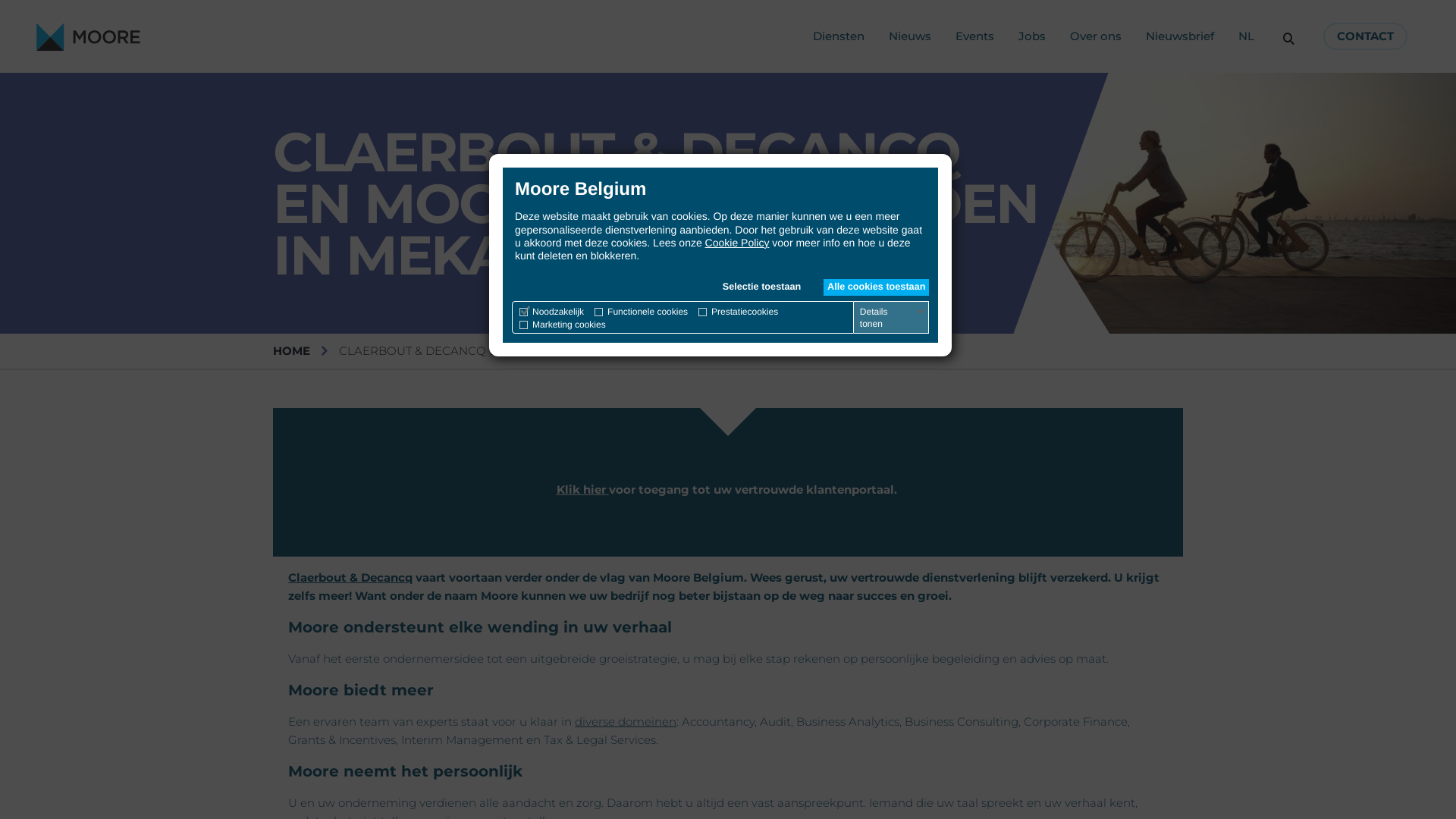  I want to click on 'Alle cookies toestaan', so click(822, 287).